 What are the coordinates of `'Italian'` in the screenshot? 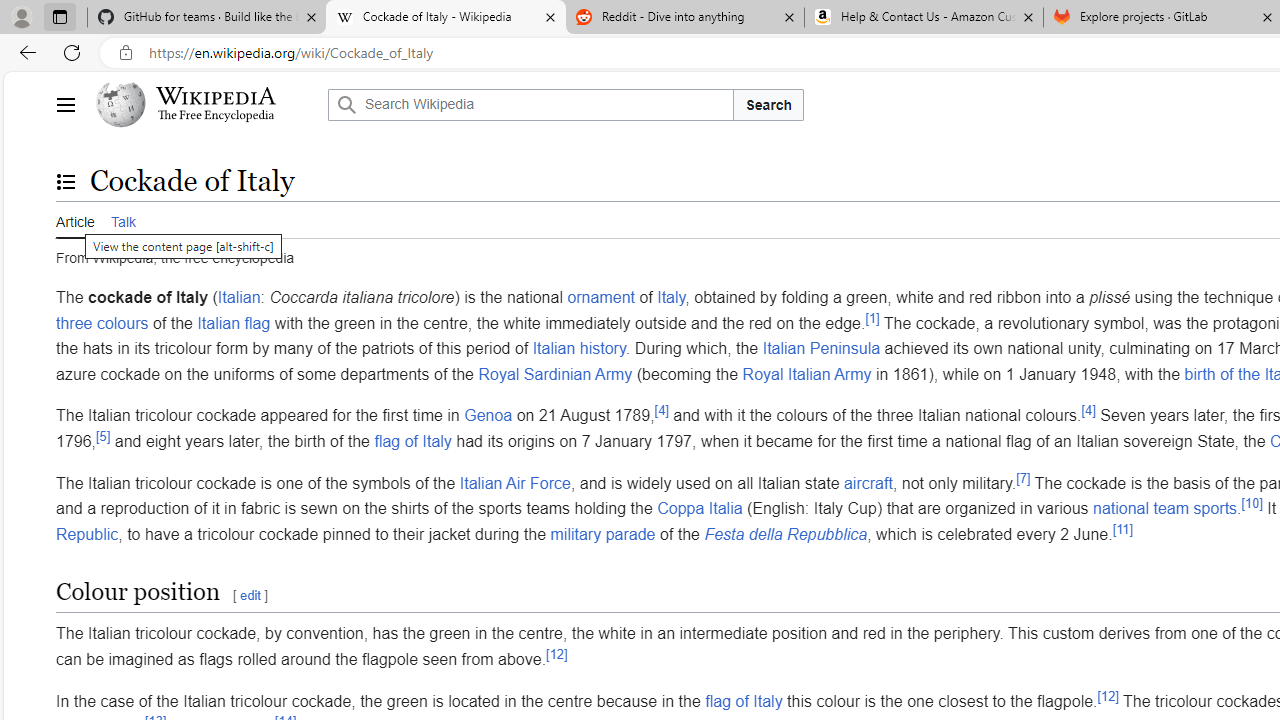 It's located at (239, 297).